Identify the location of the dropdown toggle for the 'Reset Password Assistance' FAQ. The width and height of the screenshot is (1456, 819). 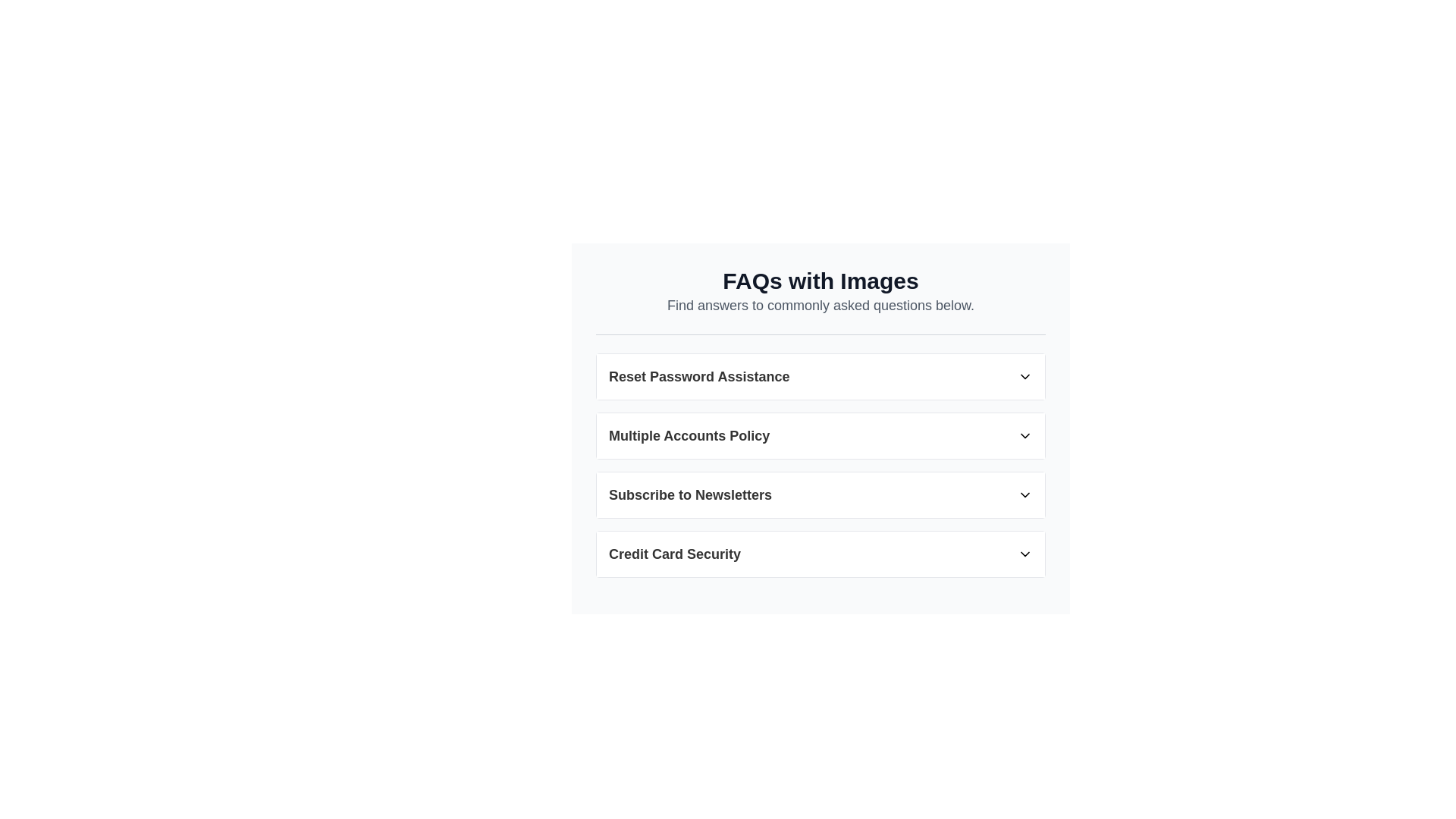
(820, 376).